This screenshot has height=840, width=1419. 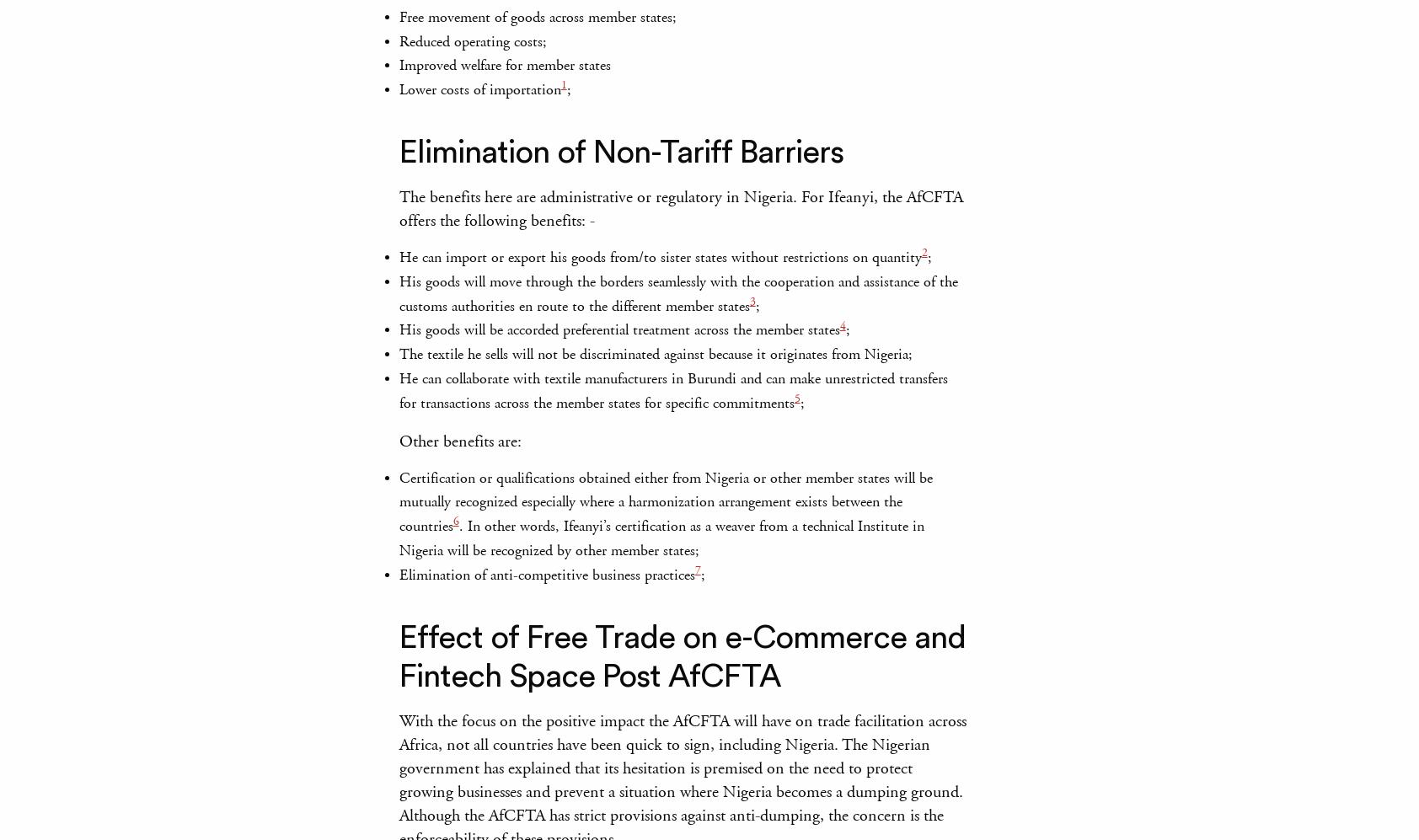 What do you see at coordinates (471, 40) in the screenshot?
I see `'Reduced operating costs;'` at bounding box center [471, 40].